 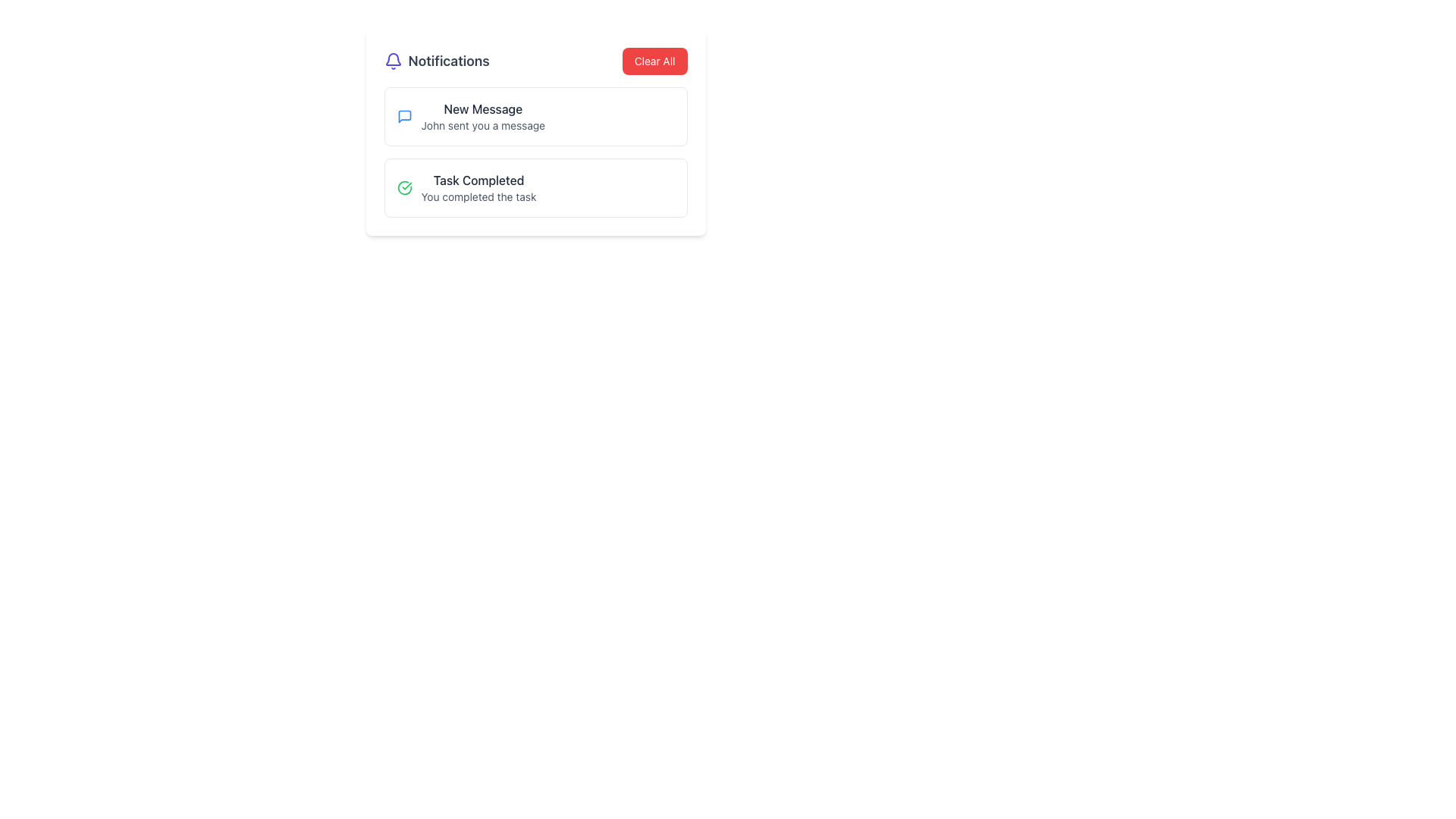 I want to click on the clear notifications button located in the top-right corner of the notification section, directly to the right of the bell icon and the label 'Notifications', so click(x=654, y=61).